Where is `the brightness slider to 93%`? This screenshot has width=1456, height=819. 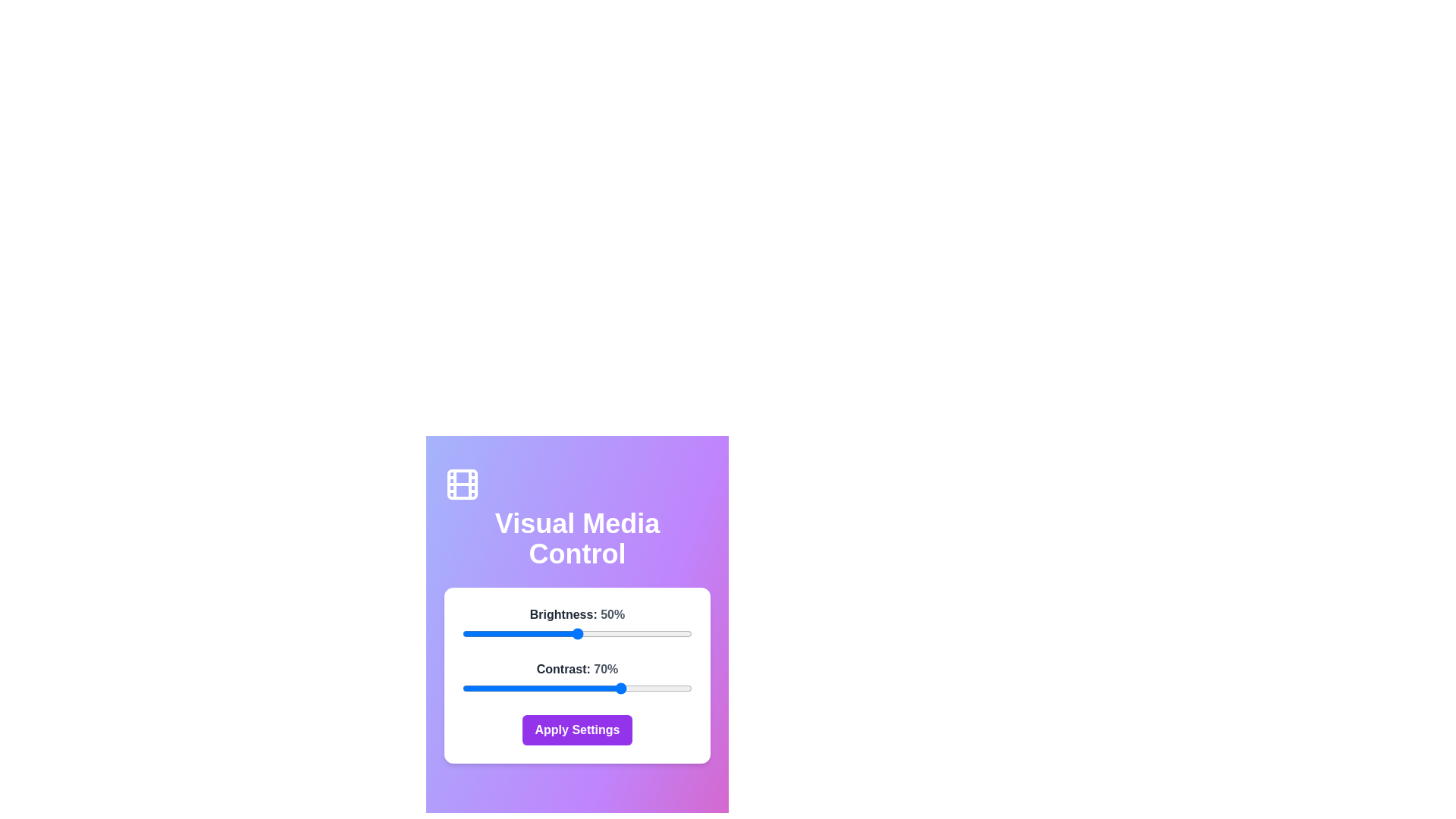 the brightness slider to 93% is located at coordinates (675, 634).